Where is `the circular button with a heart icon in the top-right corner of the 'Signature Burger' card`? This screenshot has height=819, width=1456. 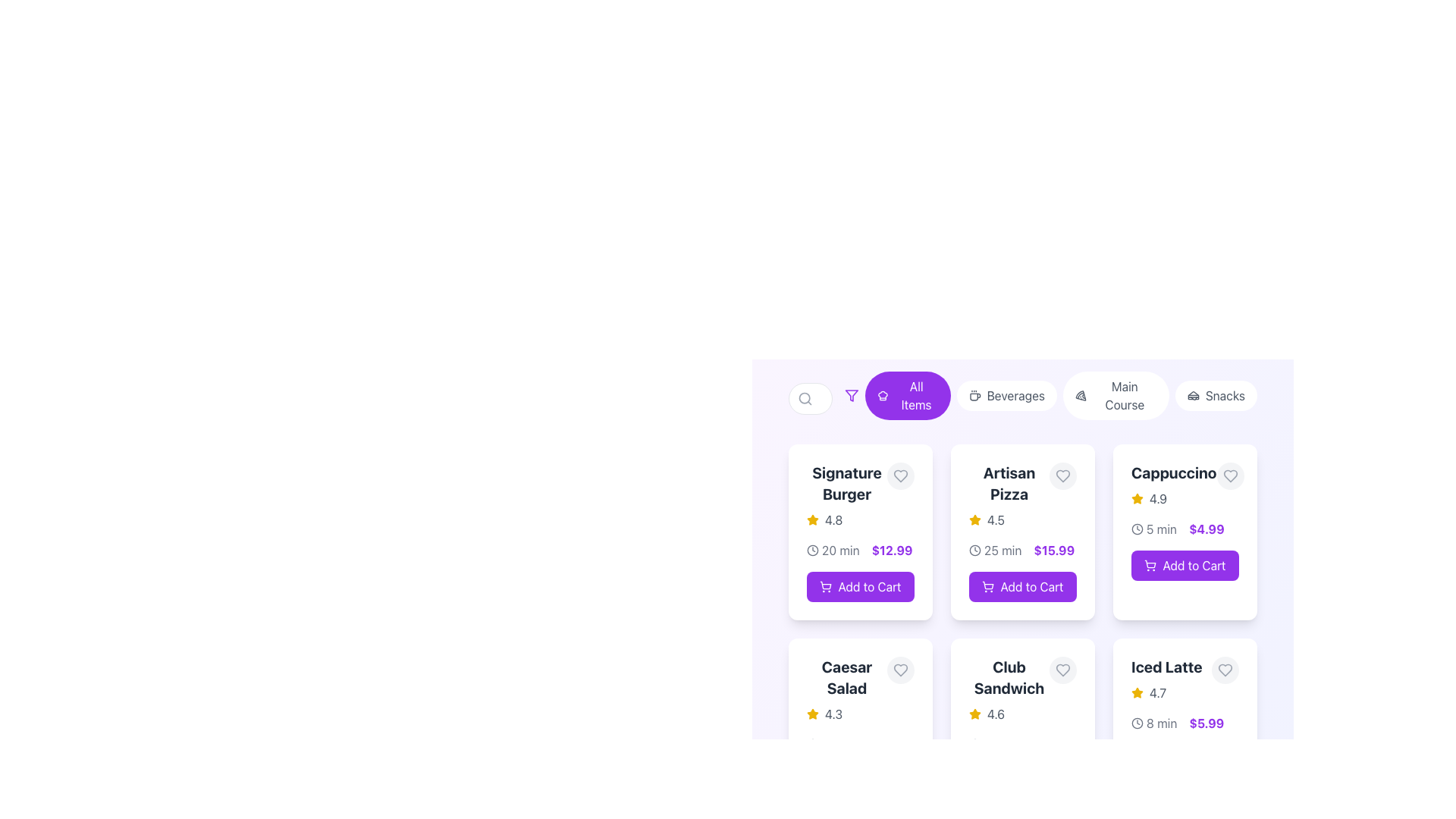 the circular button with a heart icon in the top-right corner of the 'Signature Burger' card is located at coordinates (901, 475).